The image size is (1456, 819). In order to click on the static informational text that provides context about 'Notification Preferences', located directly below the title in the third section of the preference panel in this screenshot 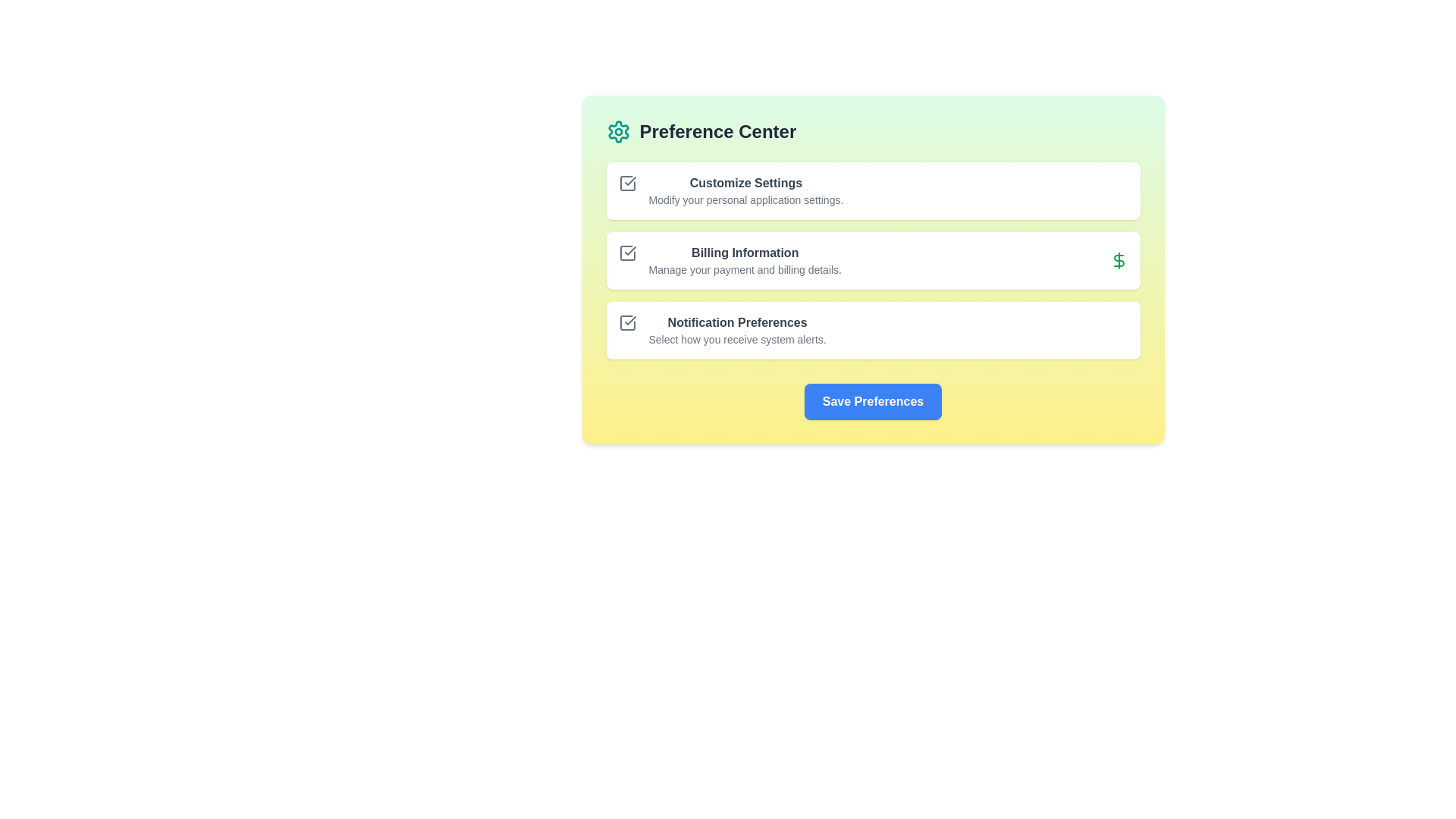, I will do `click(737, 338)`.